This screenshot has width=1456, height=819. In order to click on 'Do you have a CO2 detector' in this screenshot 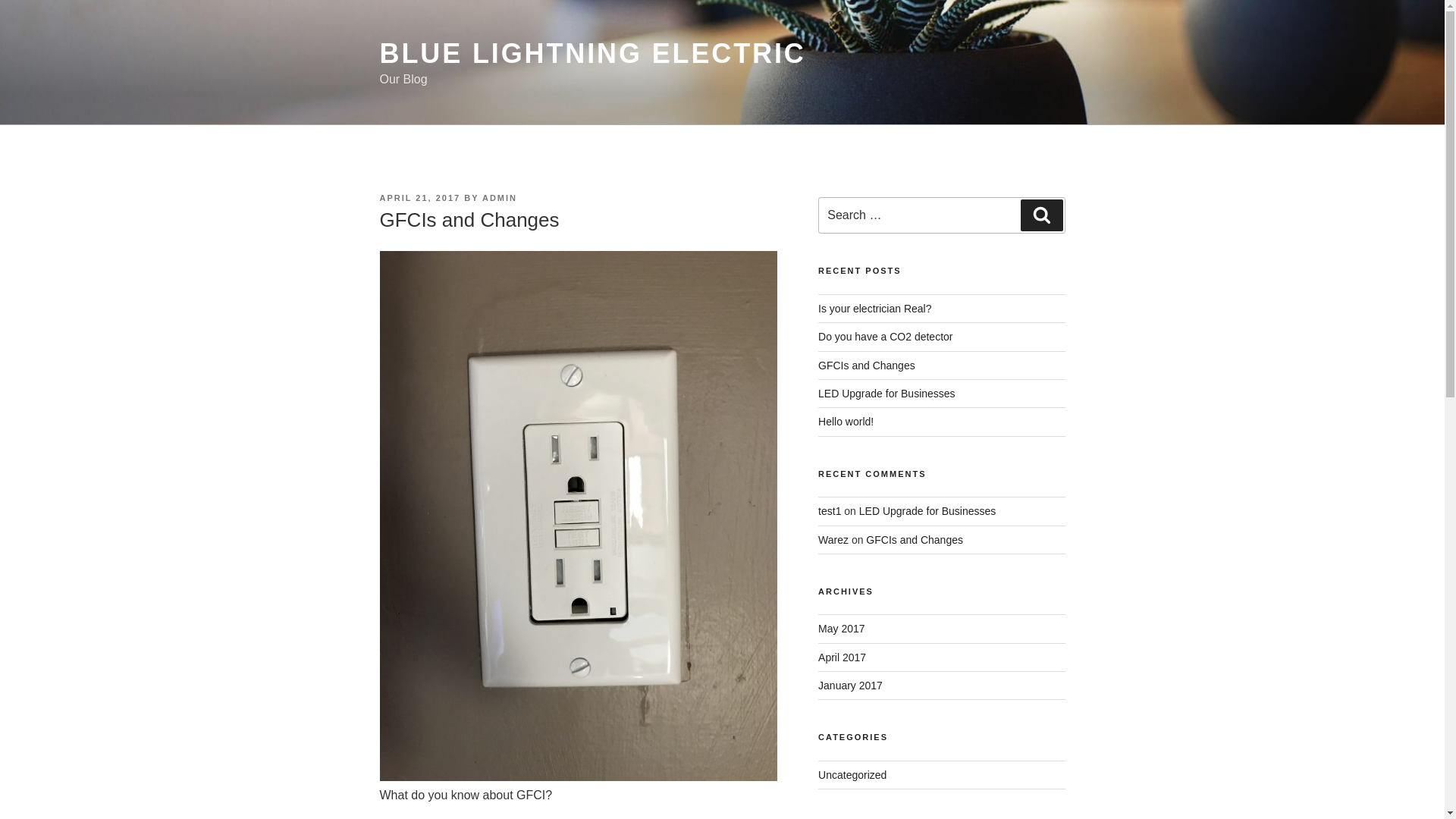, I will do `click(885, 335)`.